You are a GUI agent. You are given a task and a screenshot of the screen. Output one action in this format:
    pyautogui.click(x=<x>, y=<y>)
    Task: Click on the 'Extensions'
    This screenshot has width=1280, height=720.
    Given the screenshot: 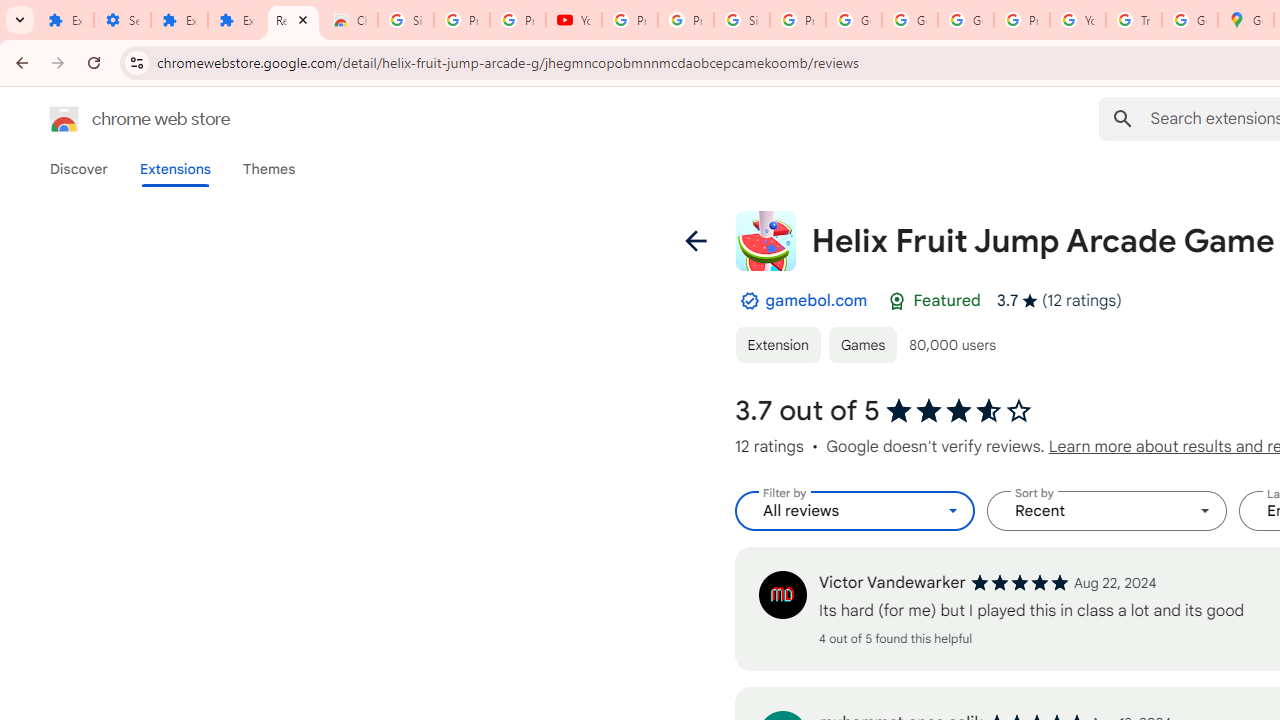 What is the action you would take?
    pyautogui.click(x=174, y=168)
    